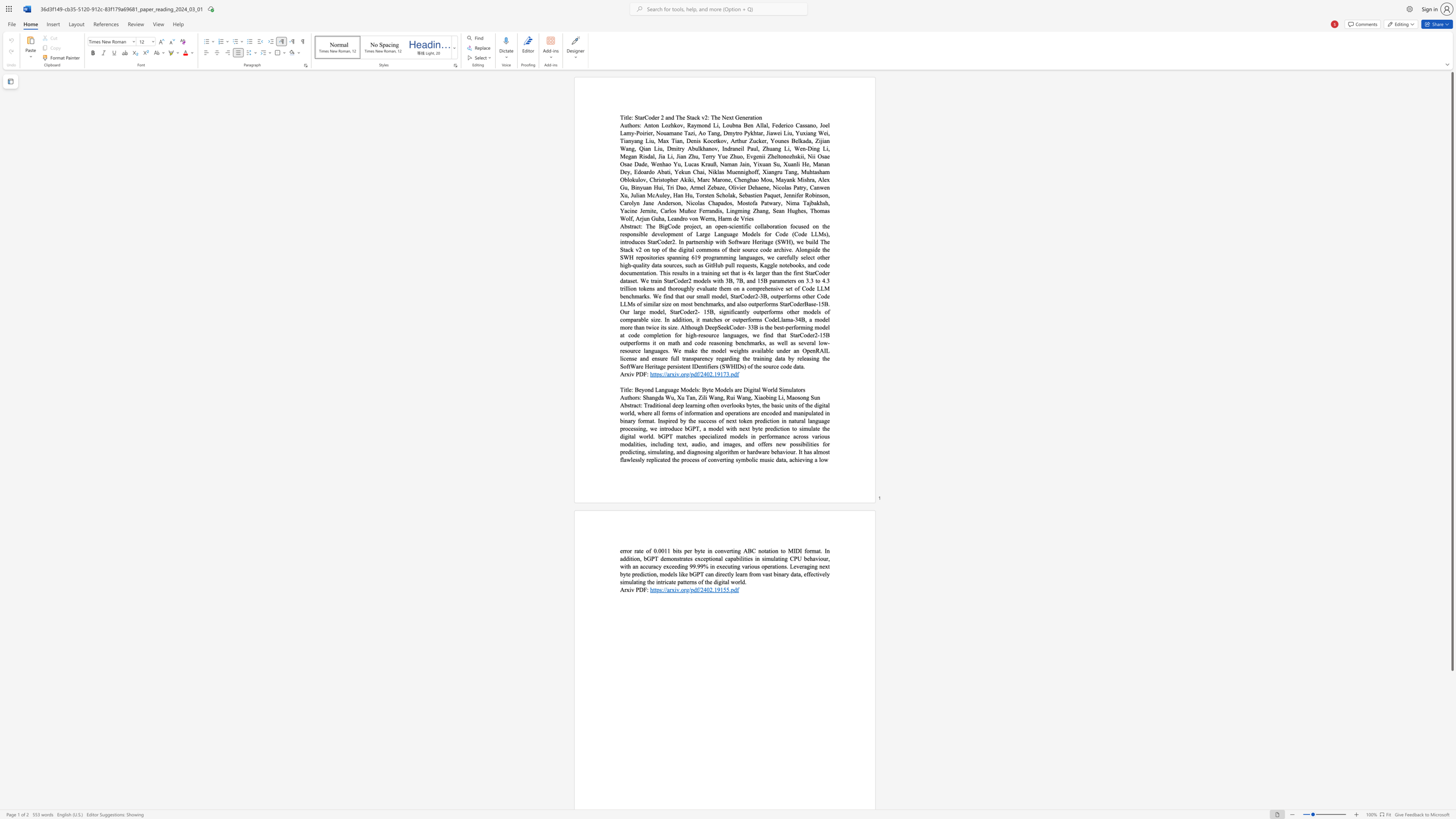 The width and height of the screenshot is (1456, 819). What do you see at coordinates (679, 451) in the screenshot?
I see `the subset text "nd diagnosing algor" within the text "Traditional deep learning often overlooks bytes, the basic units of the digital world, where all forms of information and operations are encoded and manipulated in binary format. Inspired by the success of next token prediction in natural language processing, we introduce bGPT, a model with next byte prediction to simulate the digital world. bGPT matches specialized models in performance across various modalities, including text, audio, and images, and offers new possibilities for predicting, simulating, and diagnosing algorithm or hardware behaviour. It has almost flawlessly"` at bounding box center [679, 451].